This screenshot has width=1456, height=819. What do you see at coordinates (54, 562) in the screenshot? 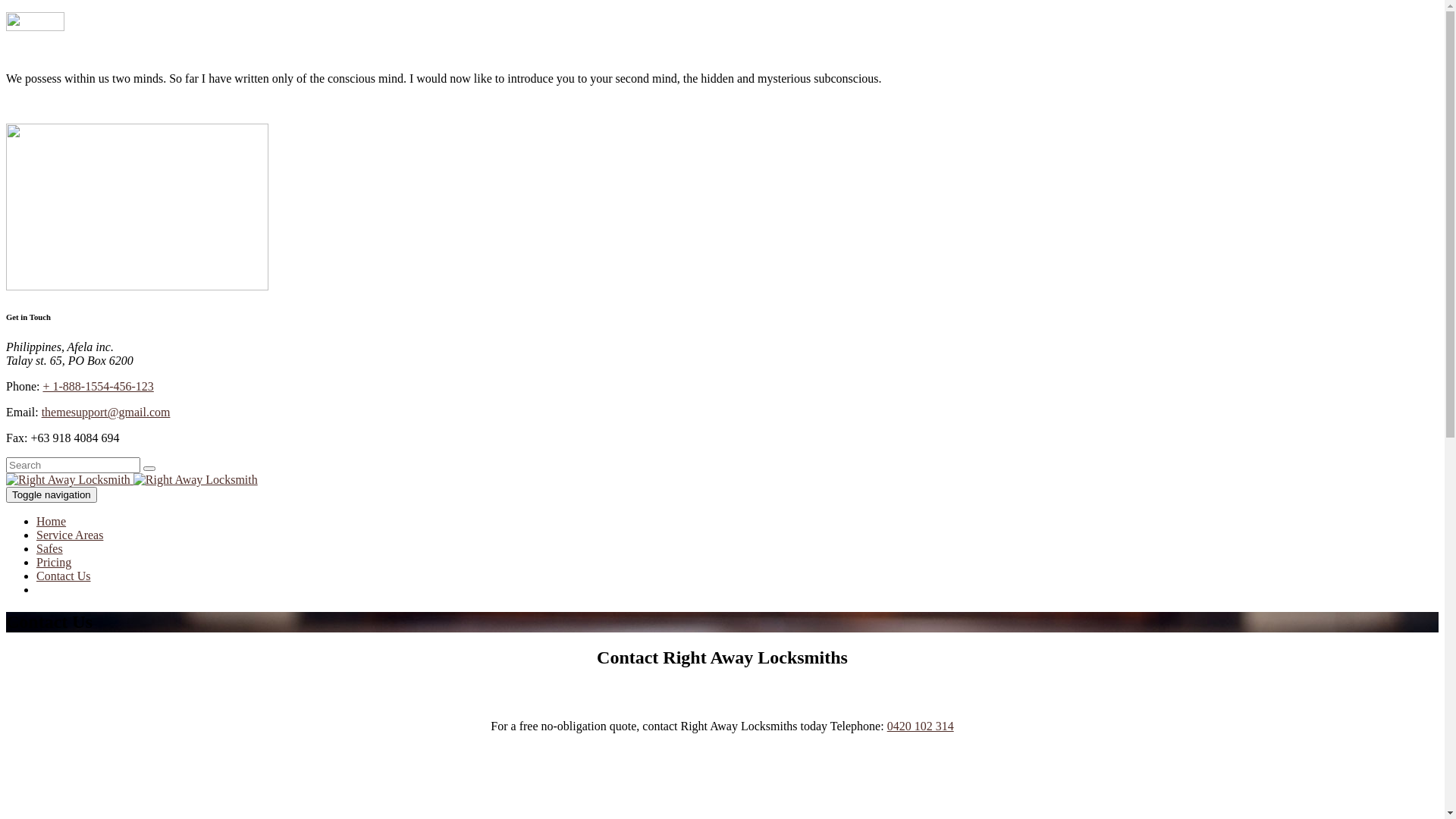
I see `'Pricing'` at bounding box center [54, 562].